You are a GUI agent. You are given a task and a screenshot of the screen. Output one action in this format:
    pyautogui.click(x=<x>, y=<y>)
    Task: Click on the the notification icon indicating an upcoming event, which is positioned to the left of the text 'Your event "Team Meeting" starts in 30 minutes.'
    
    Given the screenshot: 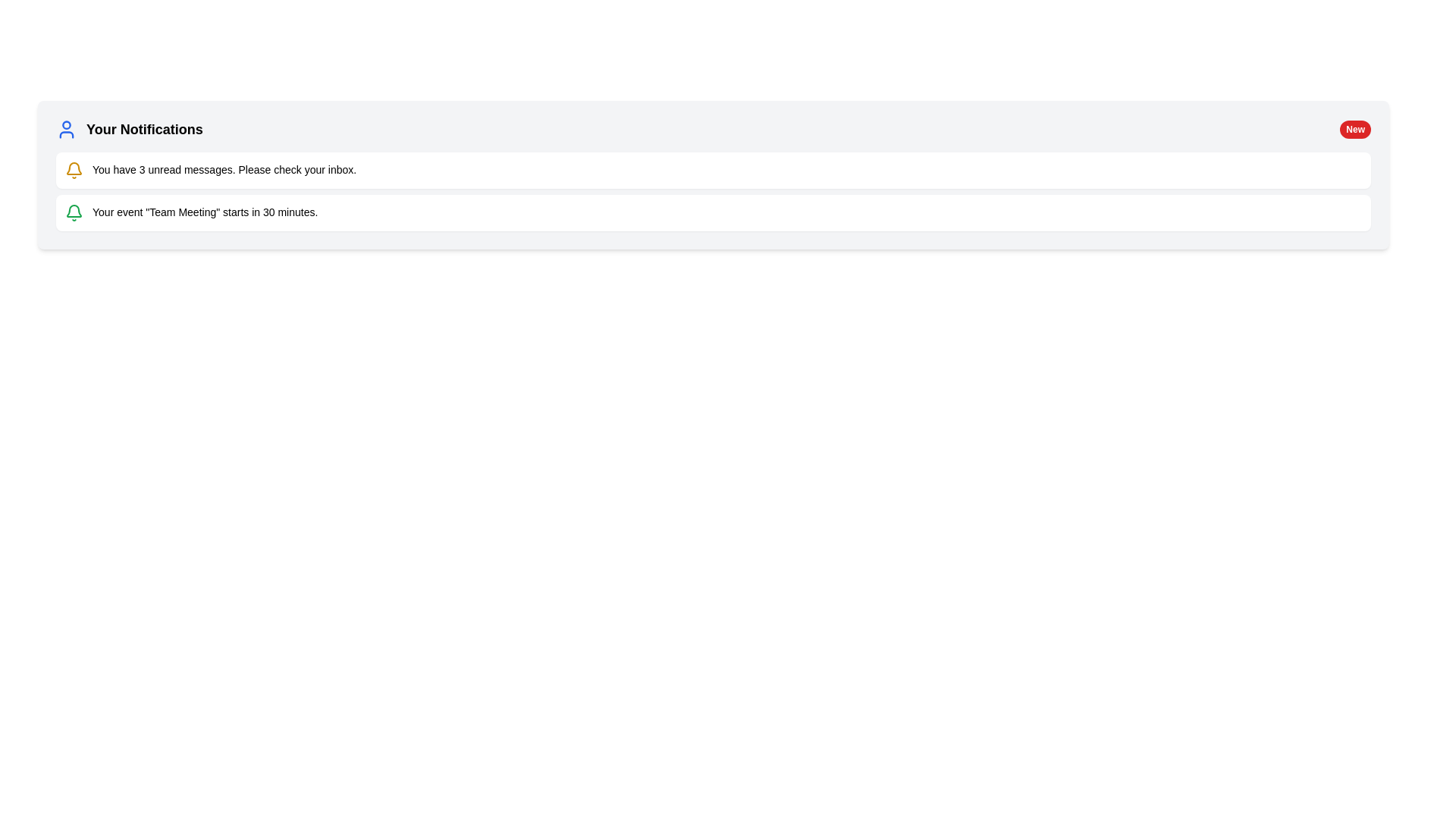 What is the action you would take?
    pyautogui.click(x=73, y=213)
    